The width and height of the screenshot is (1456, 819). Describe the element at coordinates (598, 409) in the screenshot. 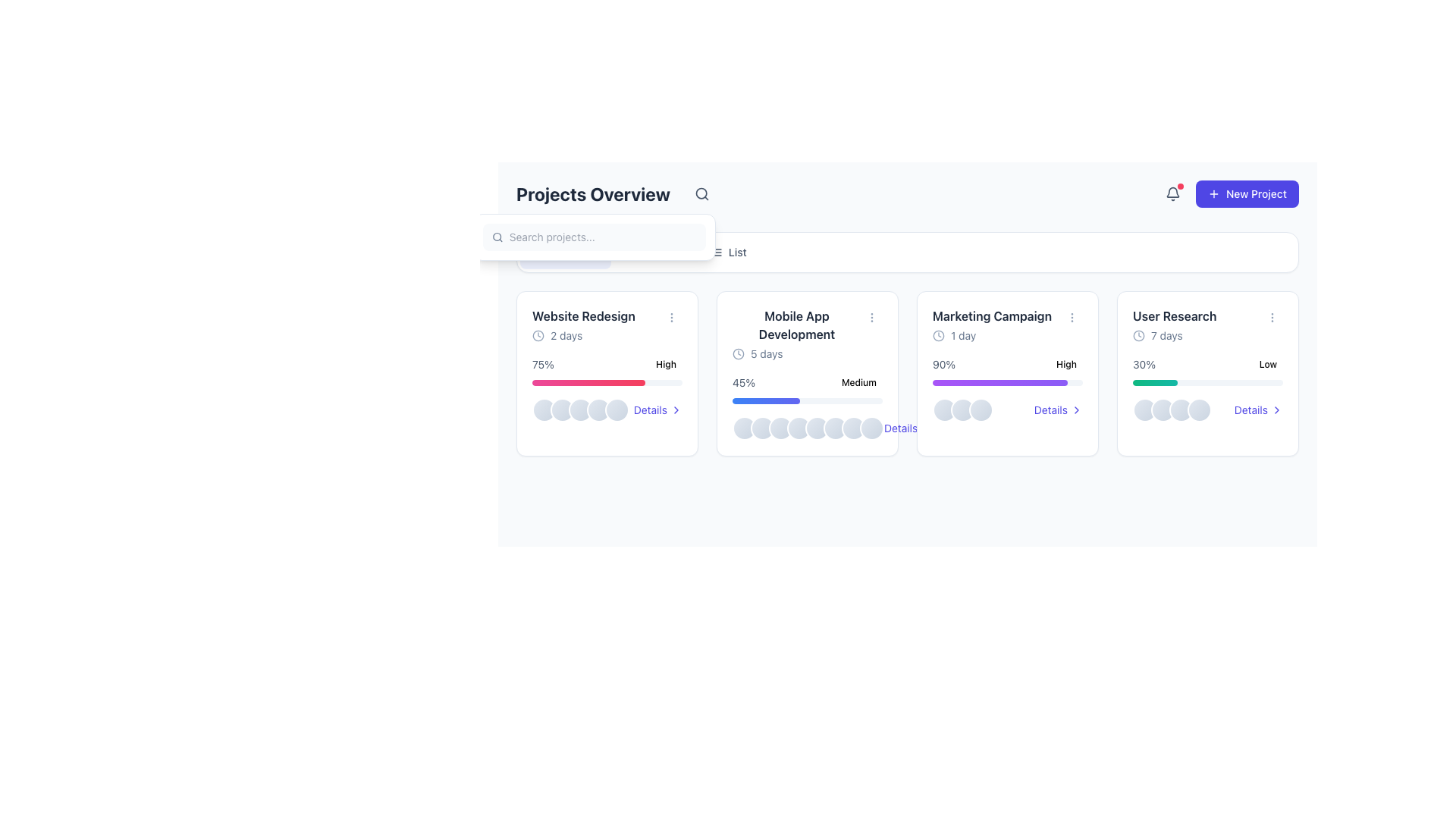

I see `the fourth circular avatar-like widget with a gradient background and white border, located in the 'Website Redesign' card` at that location.